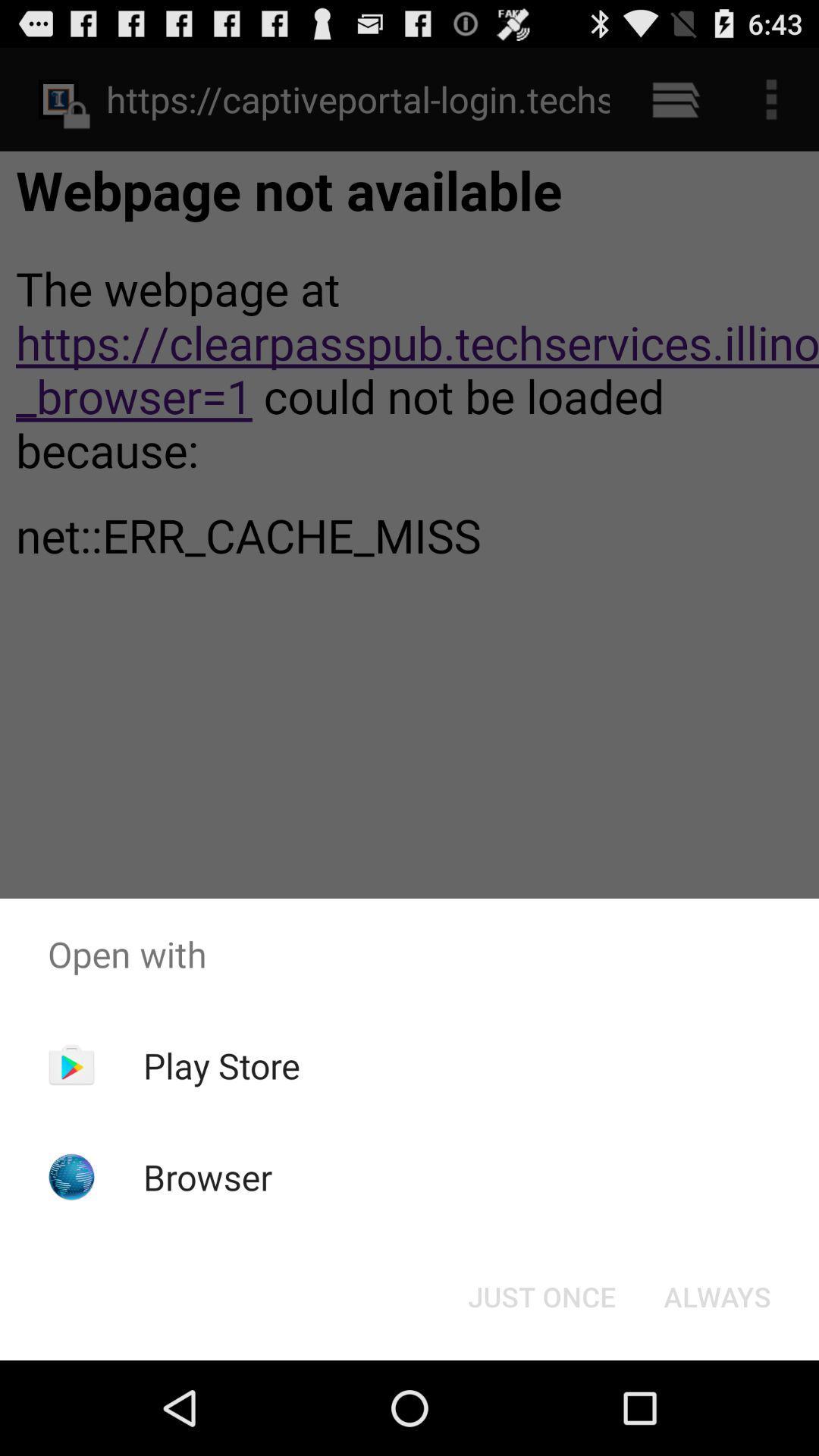 This screenshot has height=1456, width=819. I want to click on the item below open with icon, so click(541, 1295).